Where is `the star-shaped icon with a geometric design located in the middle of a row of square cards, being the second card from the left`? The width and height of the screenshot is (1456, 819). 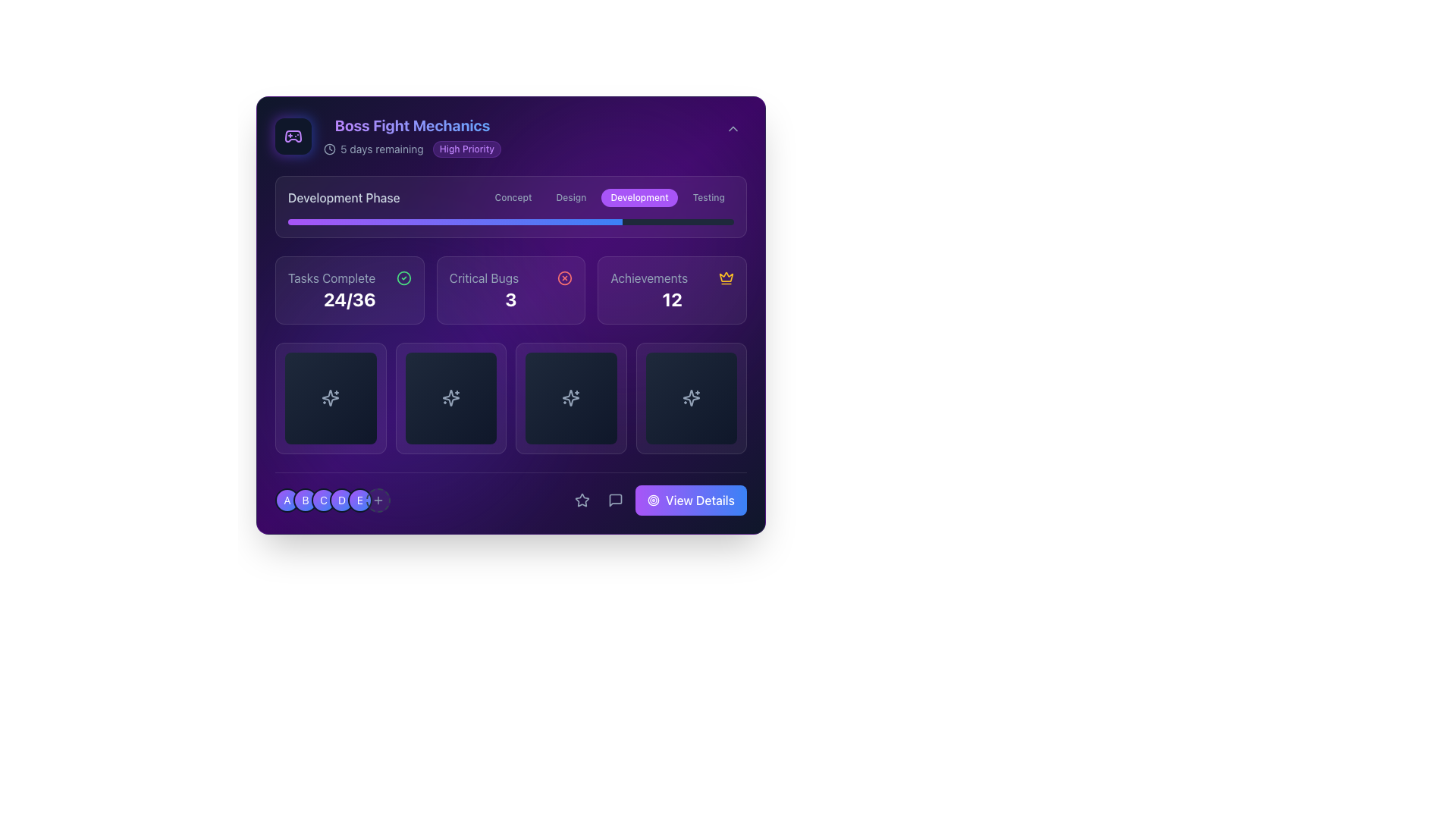
the star-shaped icon with a geometric design located in the middle of a row of square cards, being the second card from the left is located at coordinates (450, 397).